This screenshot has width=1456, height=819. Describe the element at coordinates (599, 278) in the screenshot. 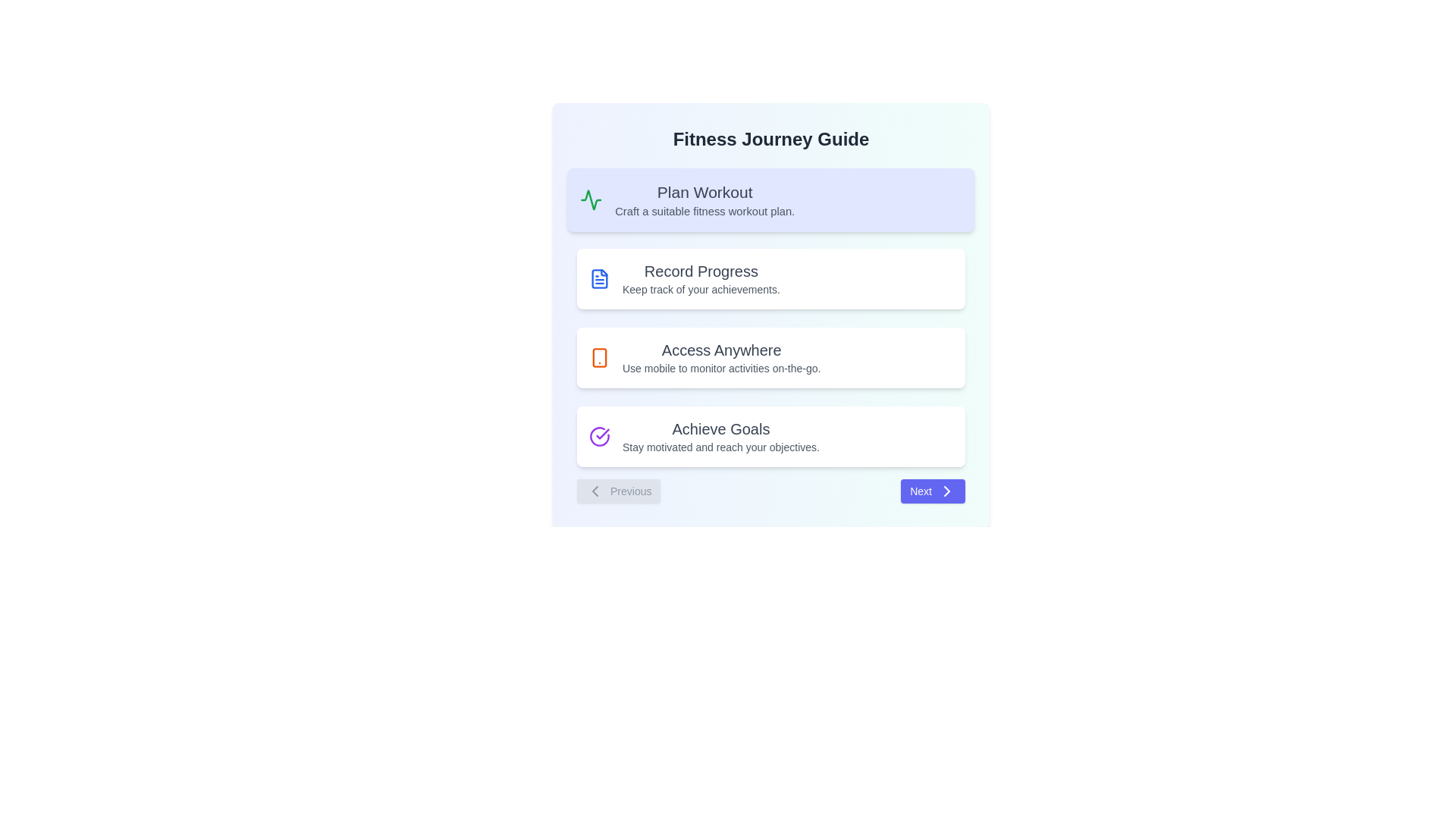

I see `the 'Record Progress' icon located in the second row of icons in the panel, which visually represents the functionality for tracking achievements` at that location.